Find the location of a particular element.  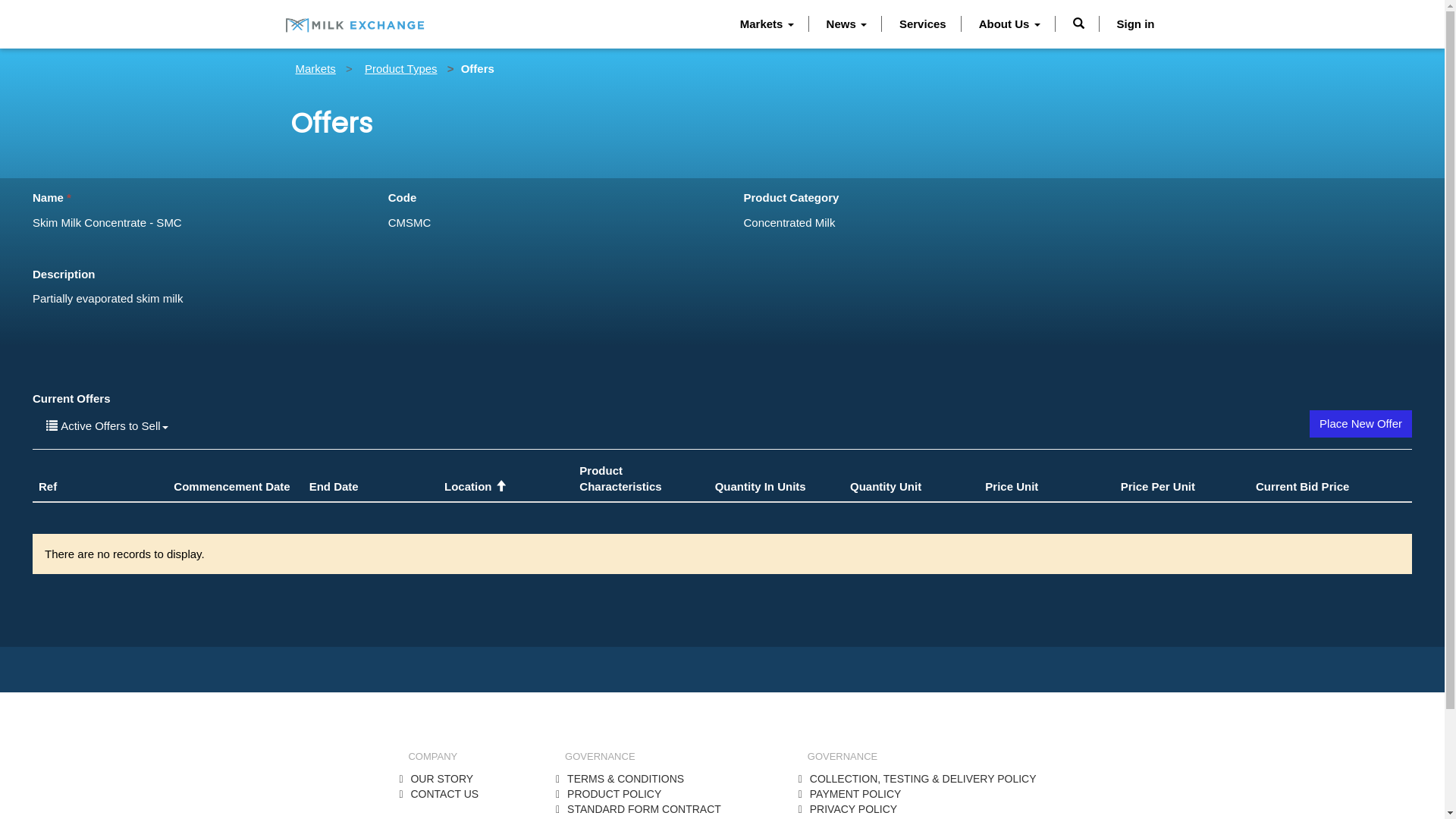

'Price Per Unit is located at coordinates (1156, 486).